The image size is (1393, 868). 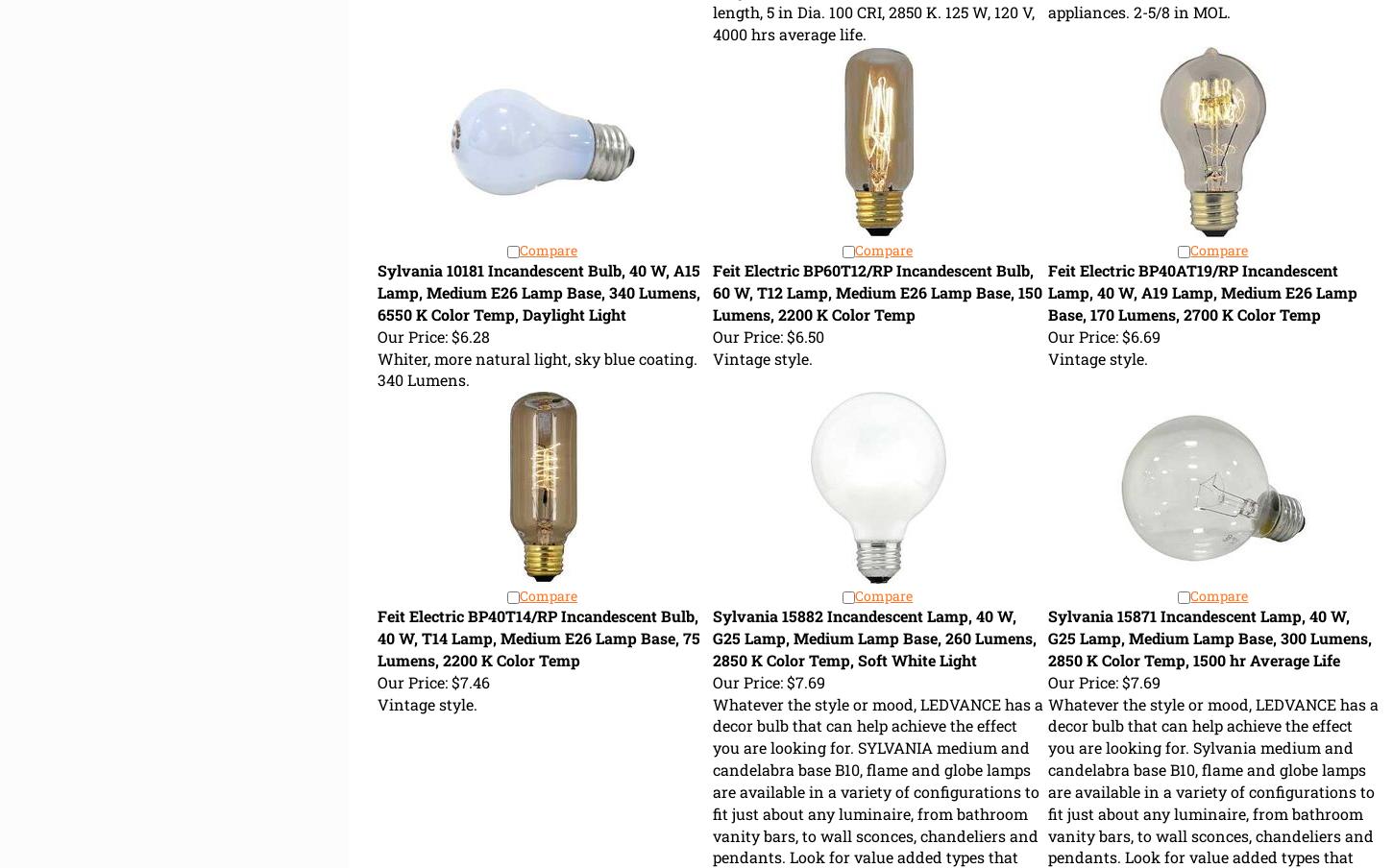 What do you see at coordinates (1136, 334) in the screenshot?
I see `'$6.69'` at bounding box center [1136, 334].